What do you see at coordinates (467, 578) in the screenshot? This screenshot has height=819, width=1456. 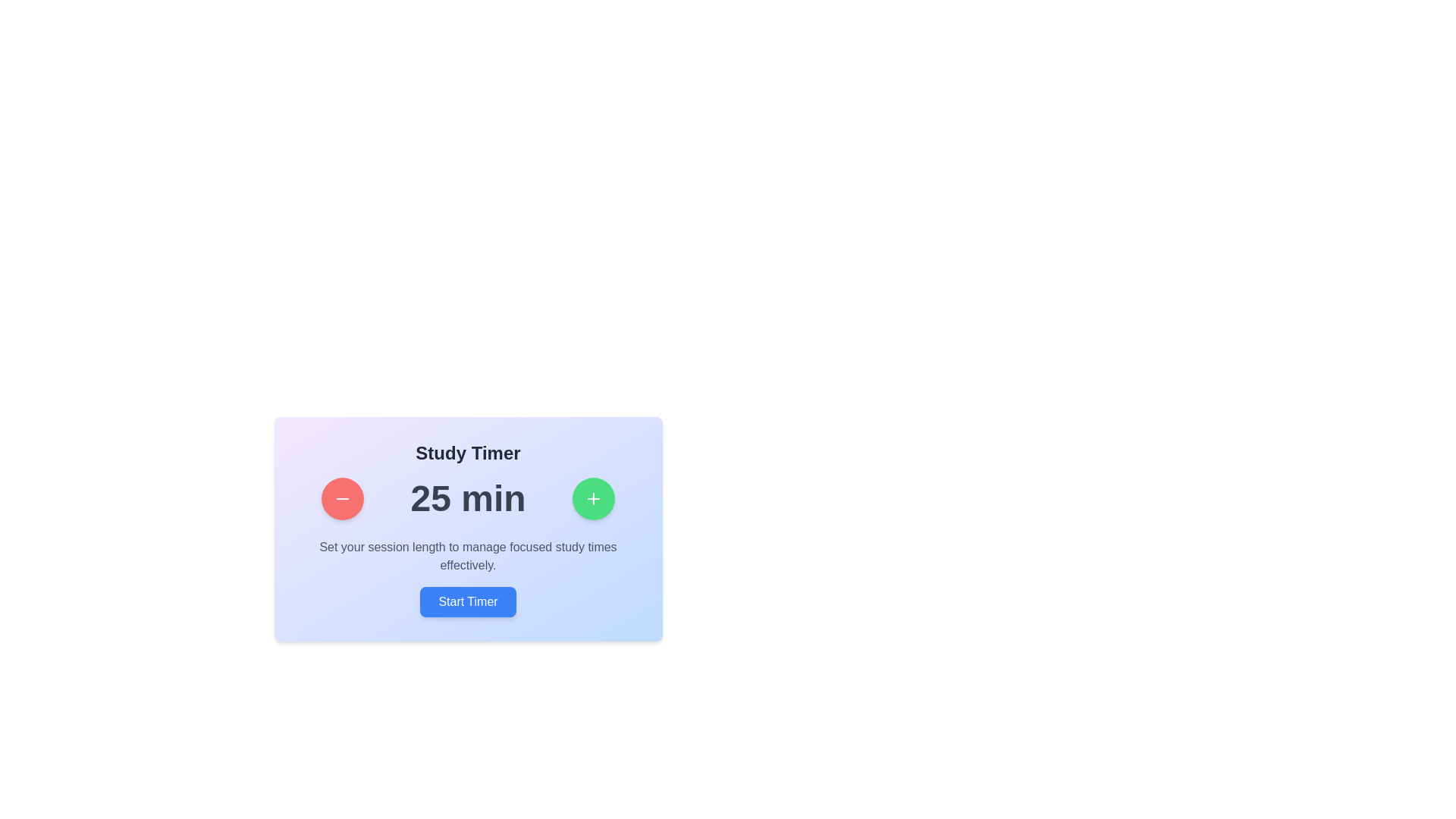 I see `the interactive button that initiates a timer for a study session, located within a card below the '25 min' section` at bounding box center [467, 578].